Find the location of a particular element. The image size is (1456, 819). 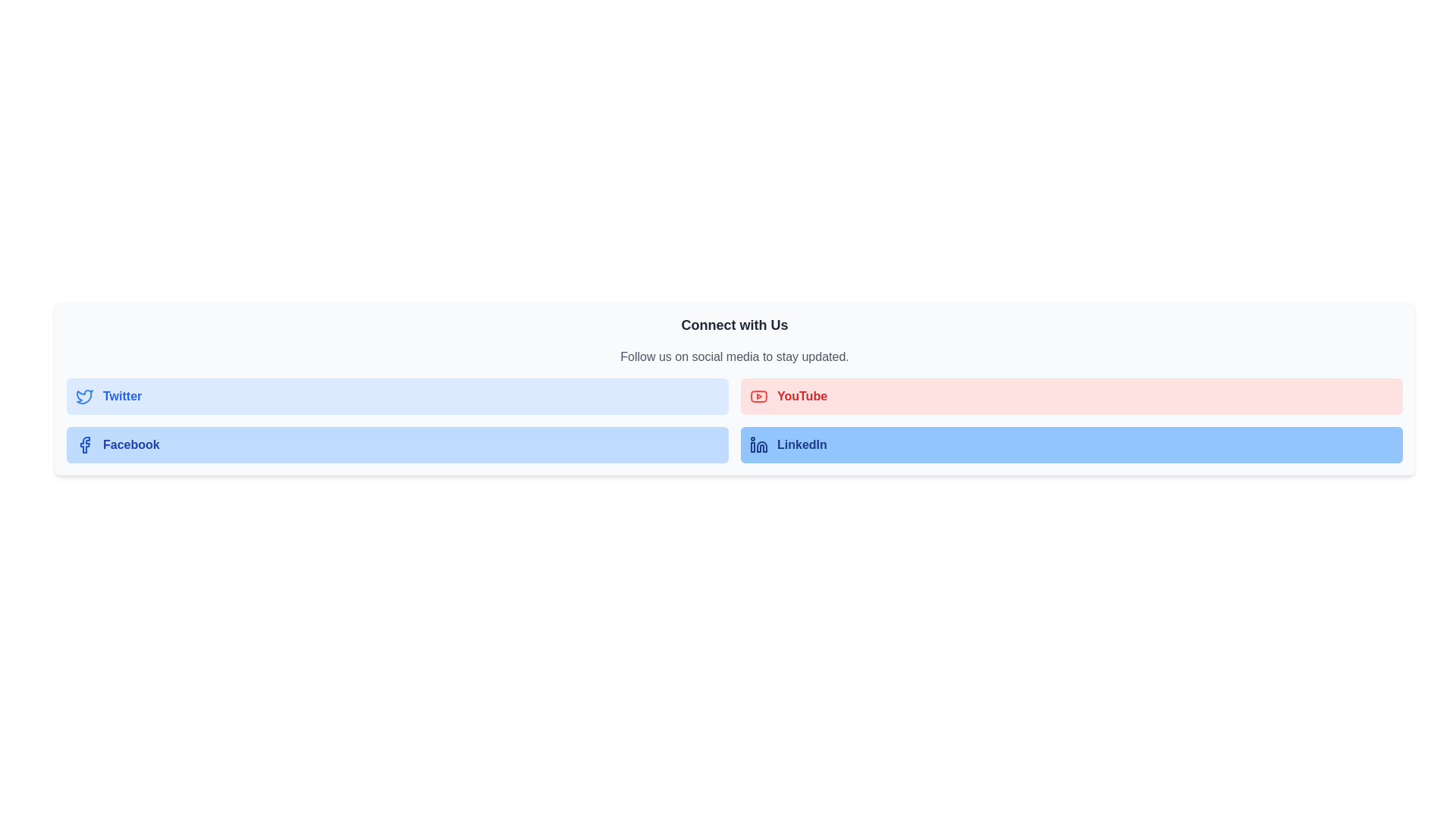

the decorative YouTube logo icon is located at coordinates (759, 396).